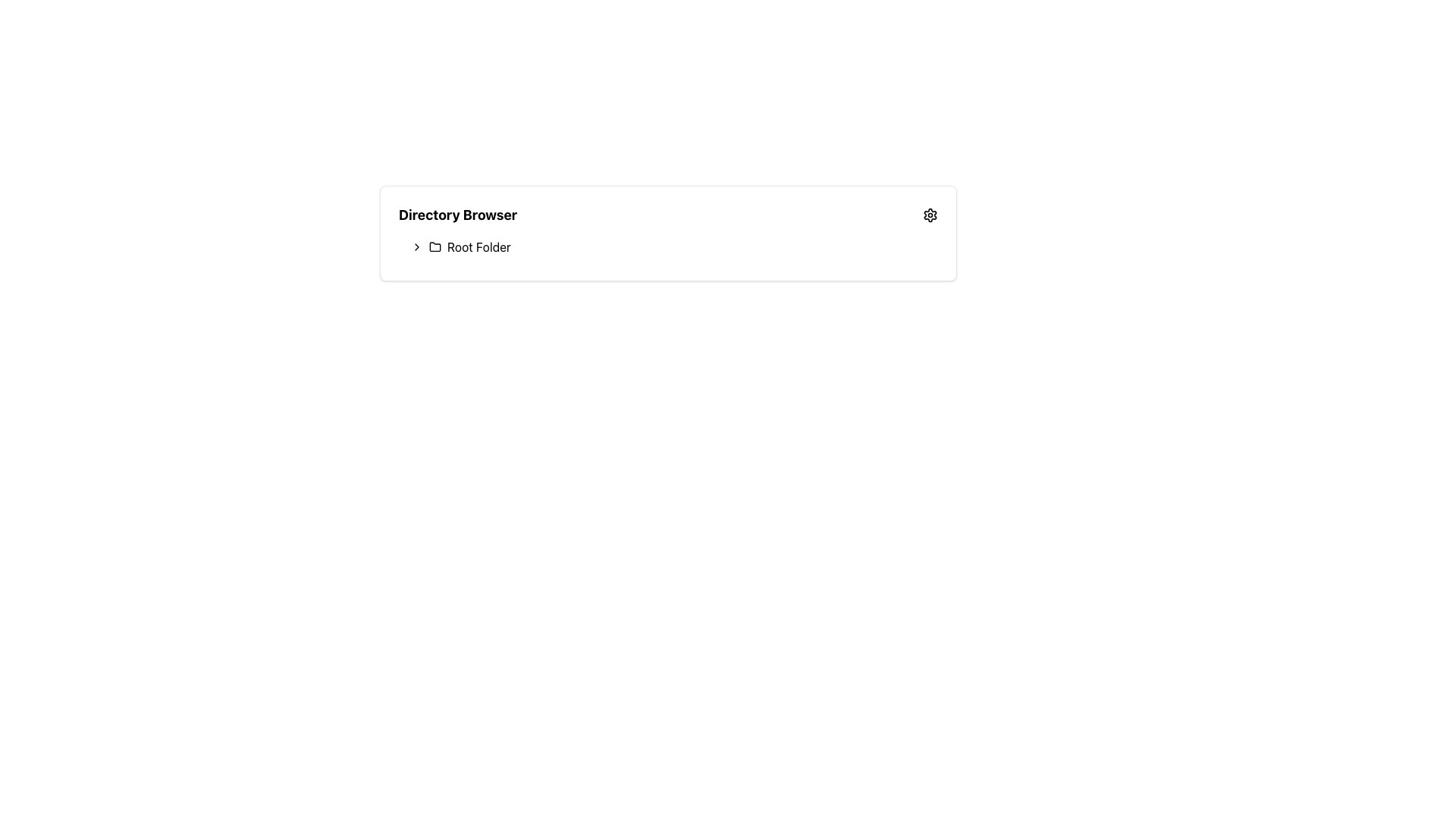  Describe the element at coordinates (930, 215) in the screenshot. I see `the gear icon button located in the top-right corner of the 'Directory Browser'` at that location.